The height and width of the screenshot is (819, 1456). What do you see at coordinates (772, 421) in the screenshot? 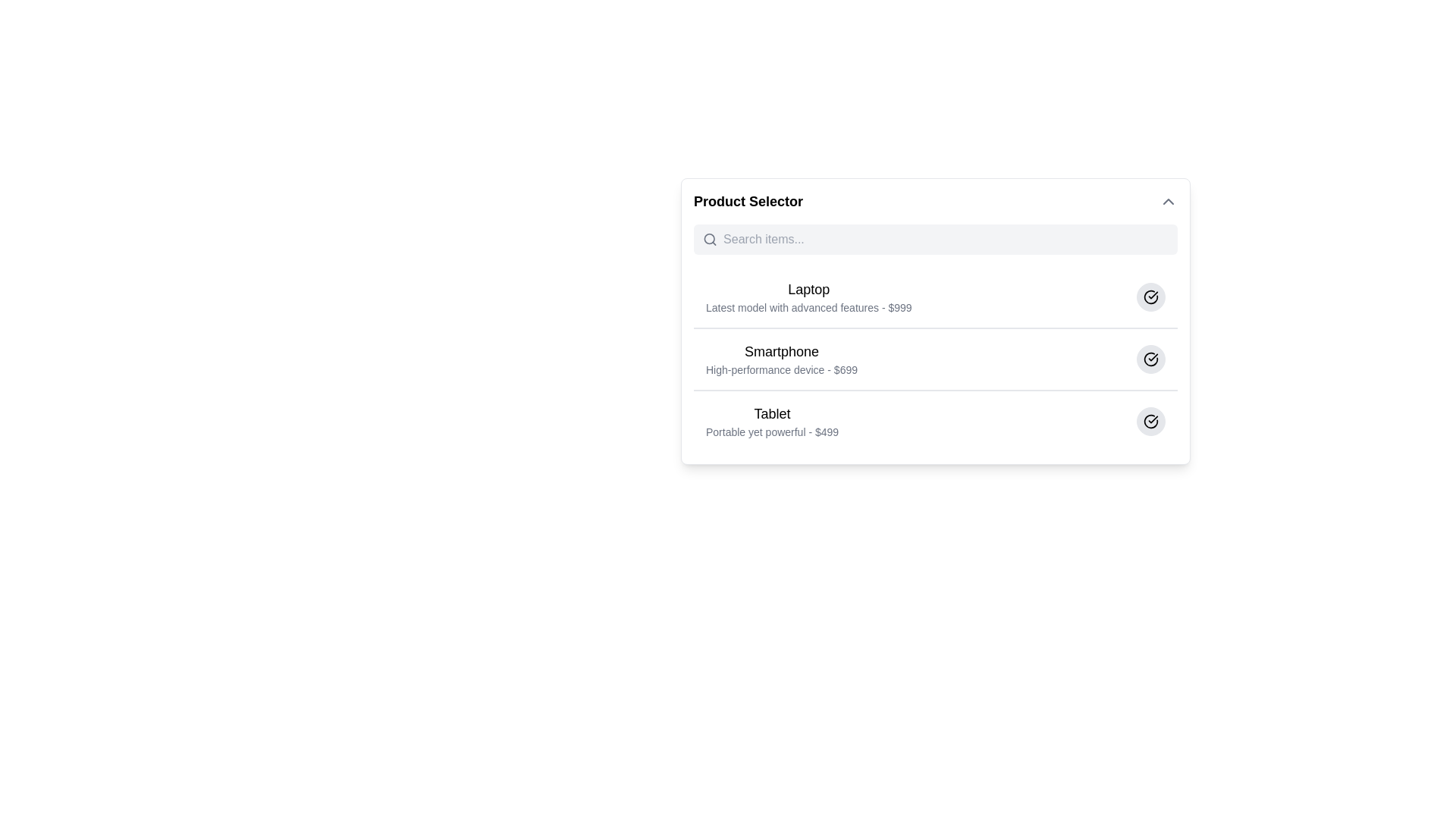
I see `the 'Tablet' product description text block` at bounding box center [772, 421].